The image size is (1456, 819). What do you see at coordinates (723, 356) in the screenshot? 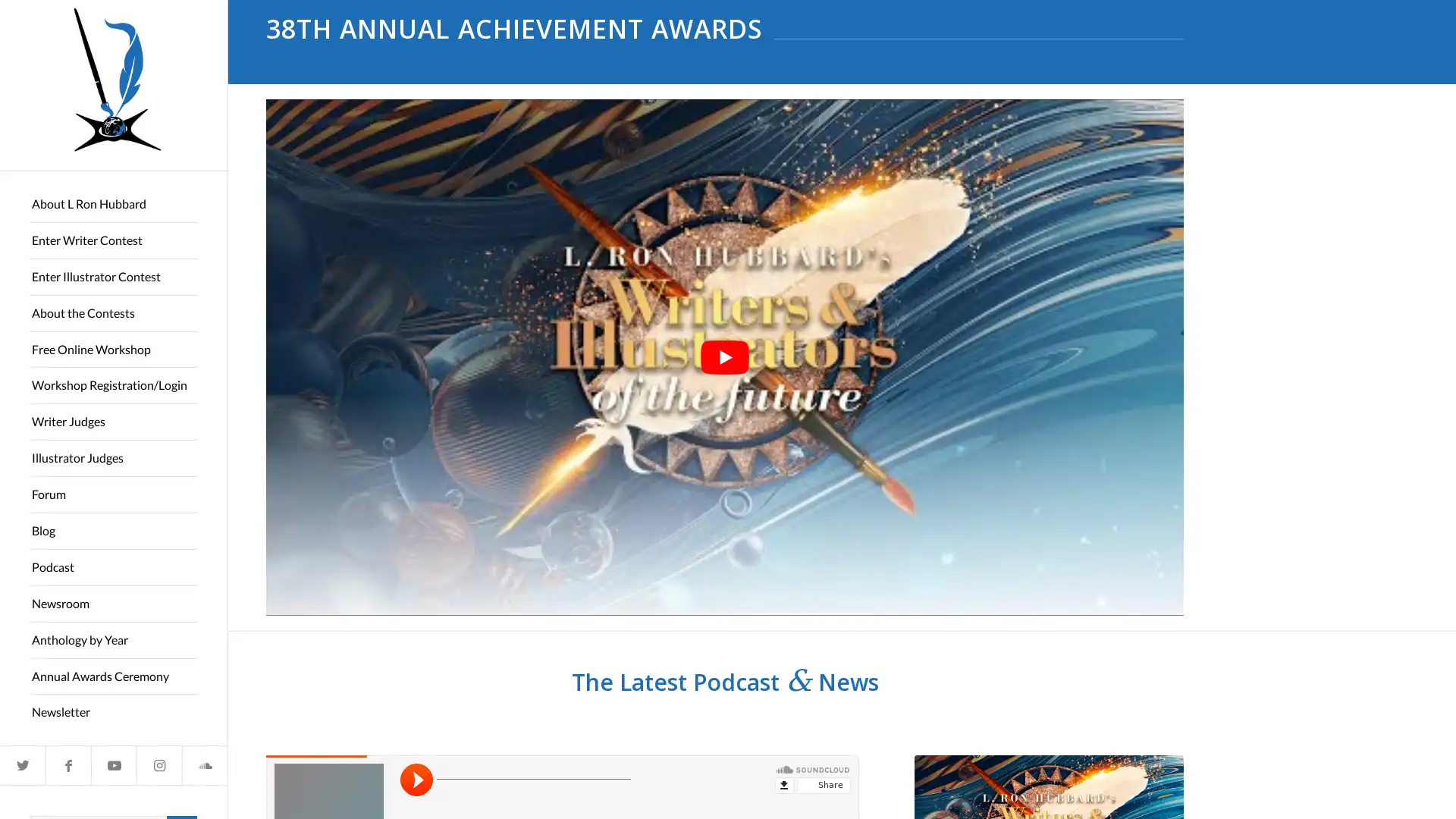
I see `play Youtube video` at bounding box center [723, 356].